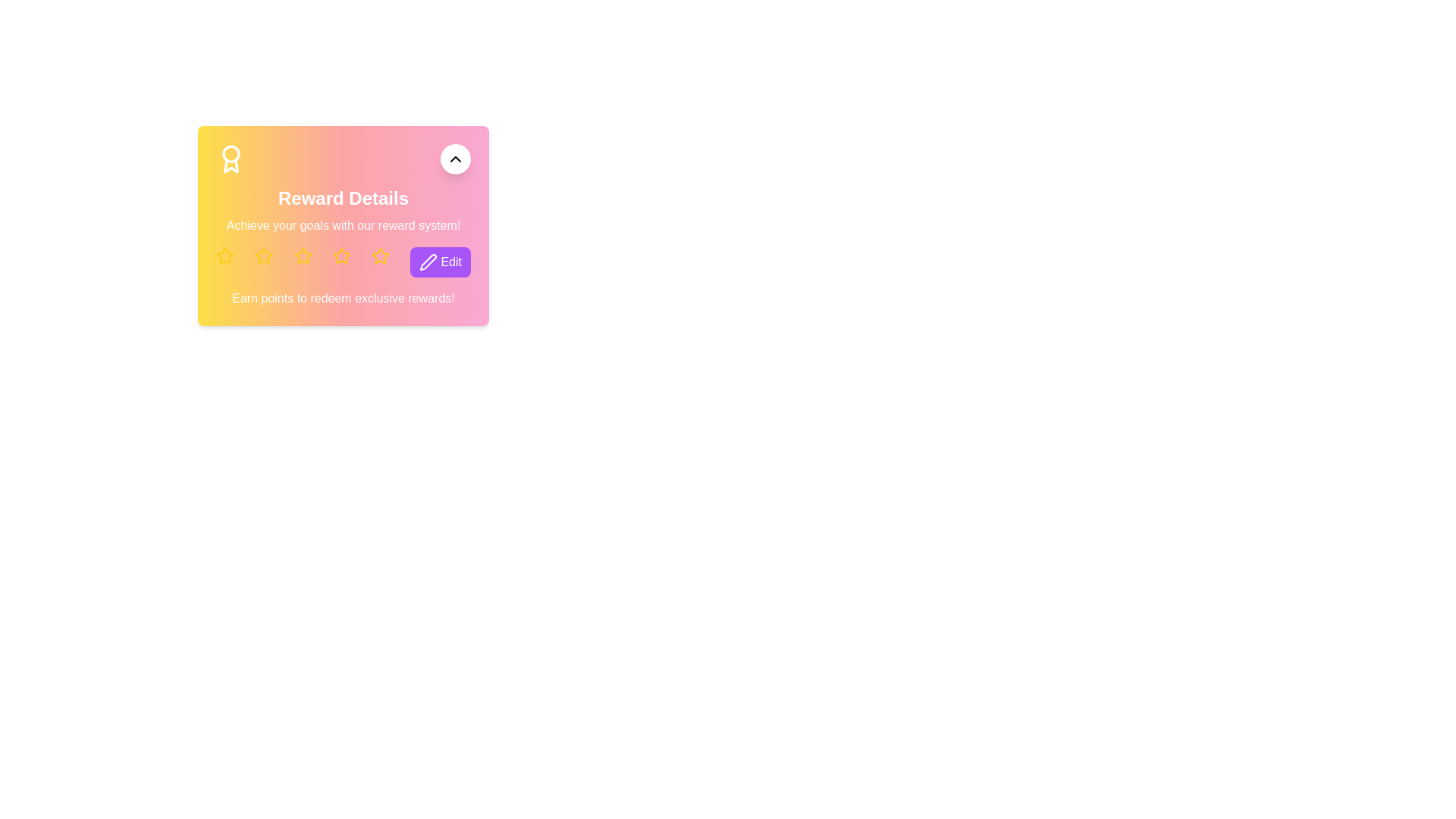 The height and width of the screenshot is (819, 1456). Describe the element at coordinates (428, 262) in the screenshot. I see `the edit icon located in the middle-right section of the reward details card to modify the associated reward details or settings` at that location.